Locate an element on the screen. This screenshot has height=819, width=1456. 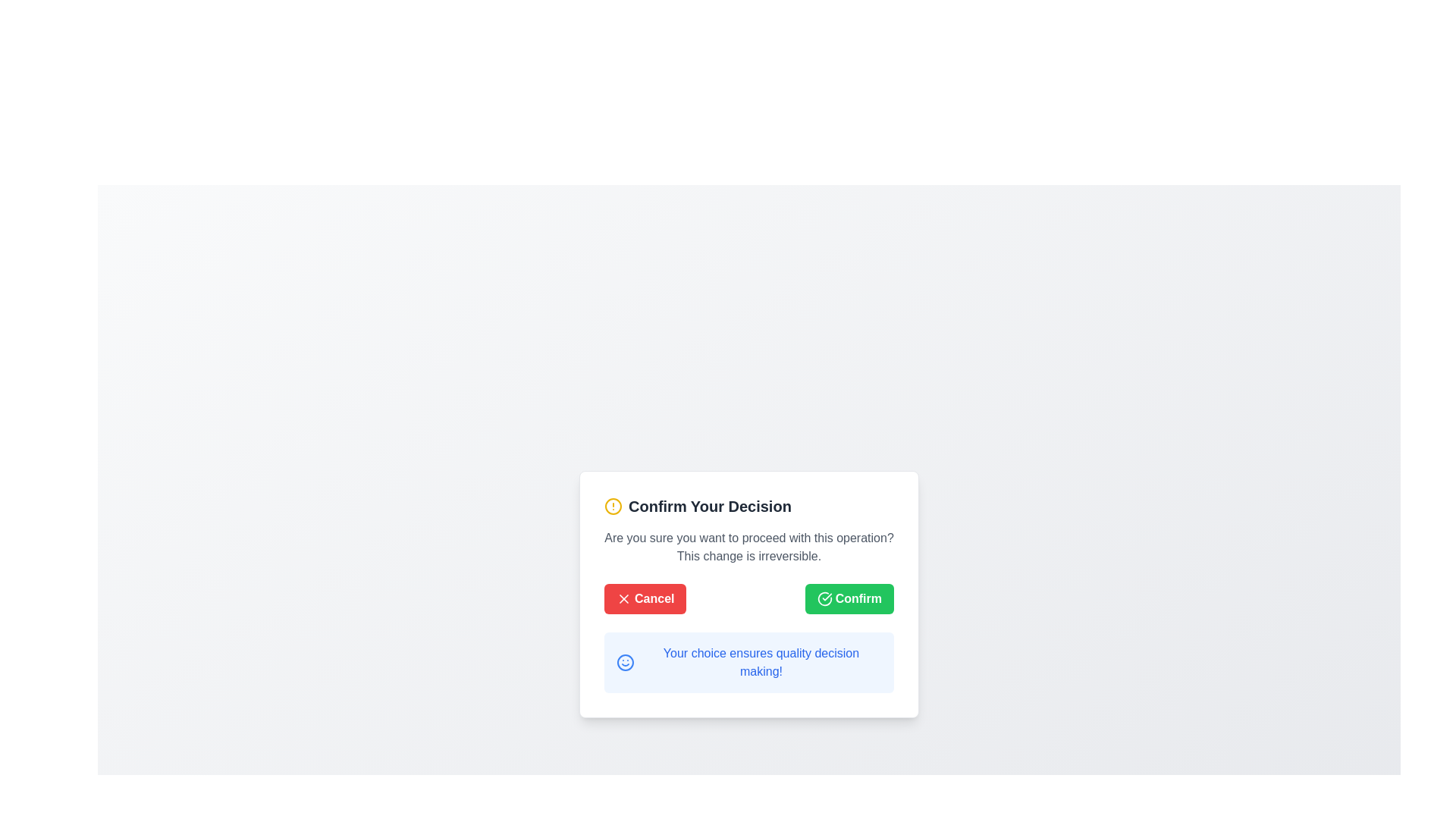
the circular yellow alert icon with an exclamation mark, located to the left of the text 'Confirm Your Decision' in the confirmation modal is located at coordinates (613, 506).